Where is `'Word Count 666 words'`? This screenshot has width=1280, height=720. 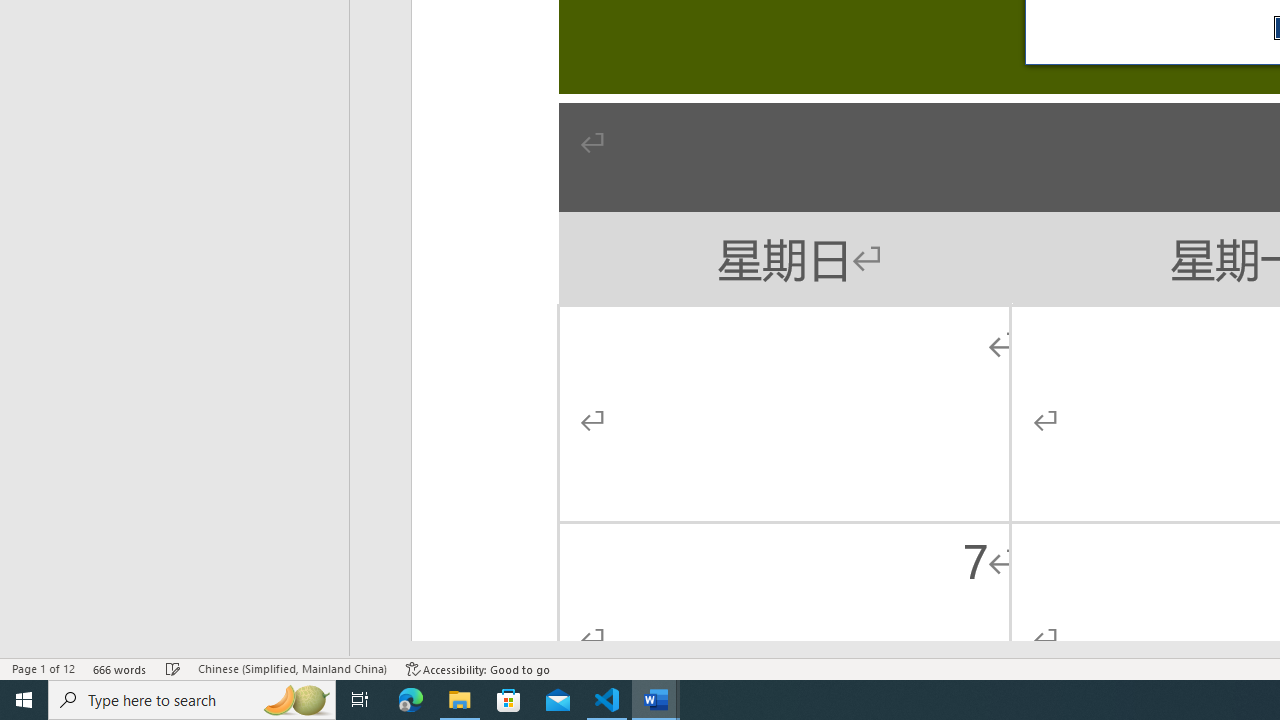 'Word Count 666 words' is located at coordinates (119, 669).